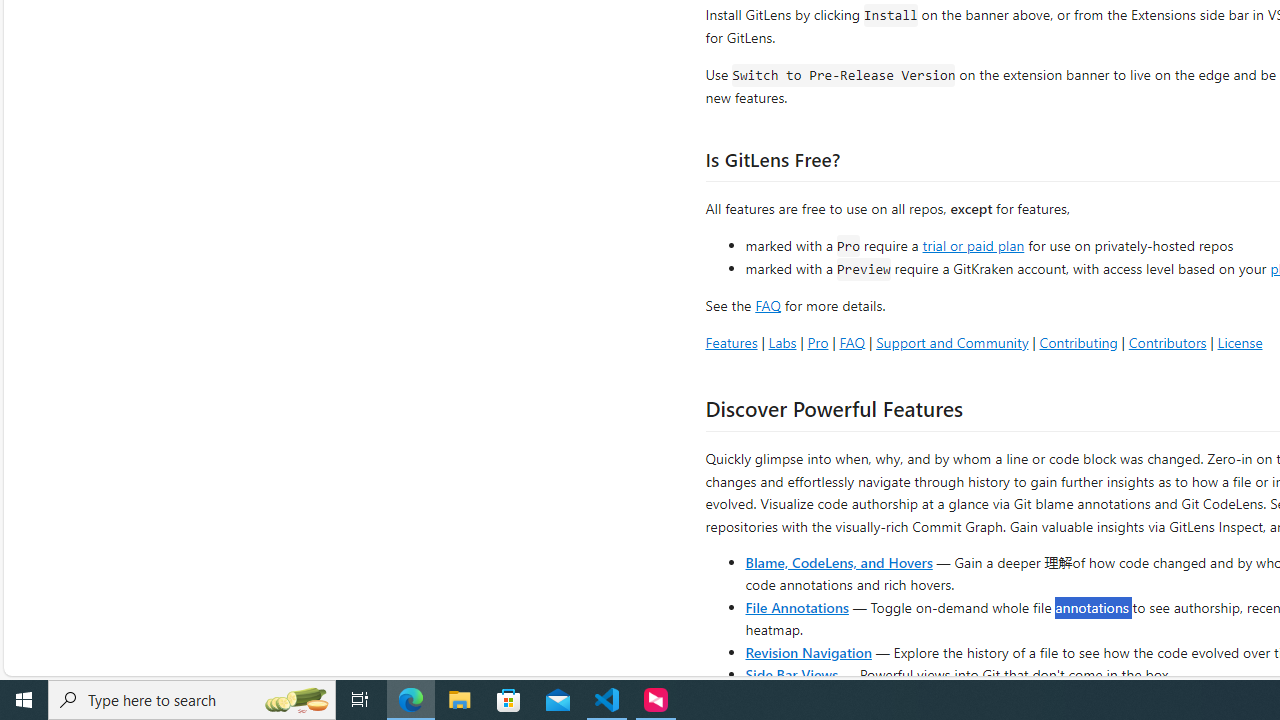 Image resolution: width=1280 pixels, height=720 pixels. What do you see at coordinates (1167, 341) in the screenshot?
I see `'Contributors'` at bounding box center [1167, 341].